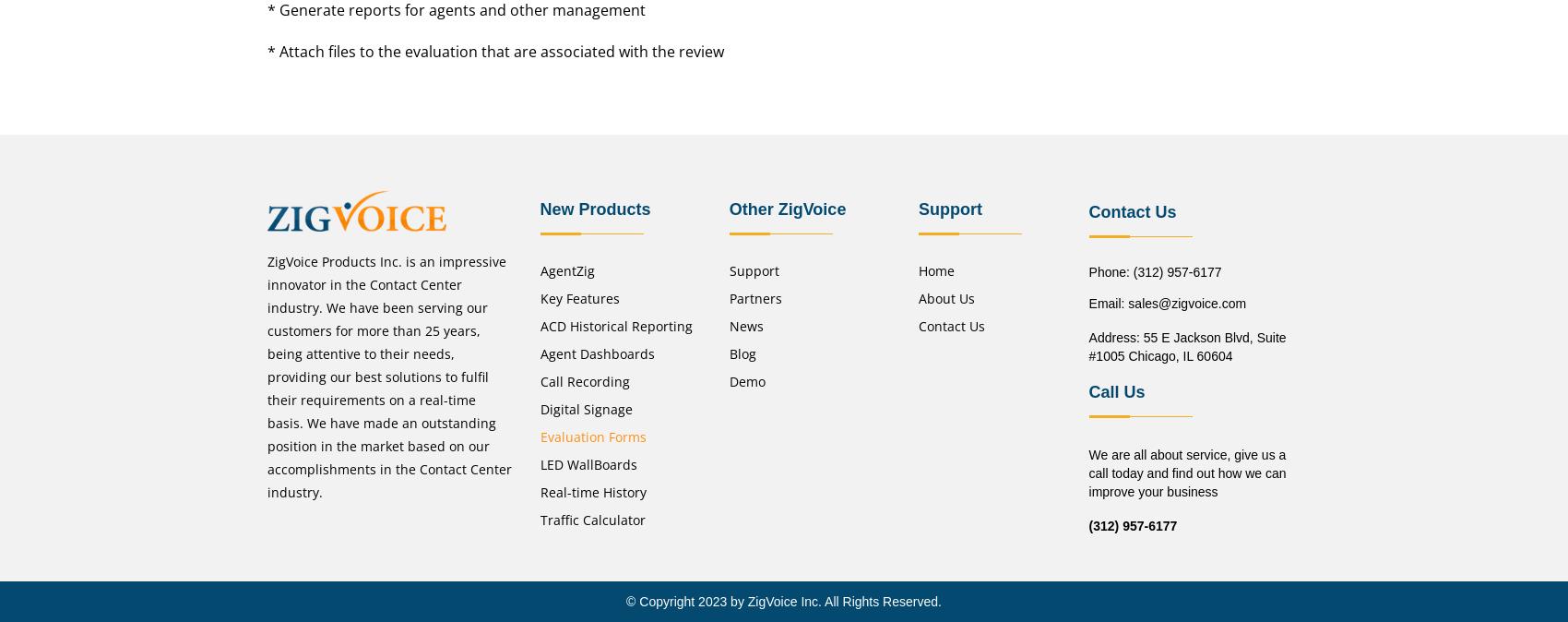  Describe the element at coordinates (583, 380) in the screenshot. I see `'Call Recording'` at that location.